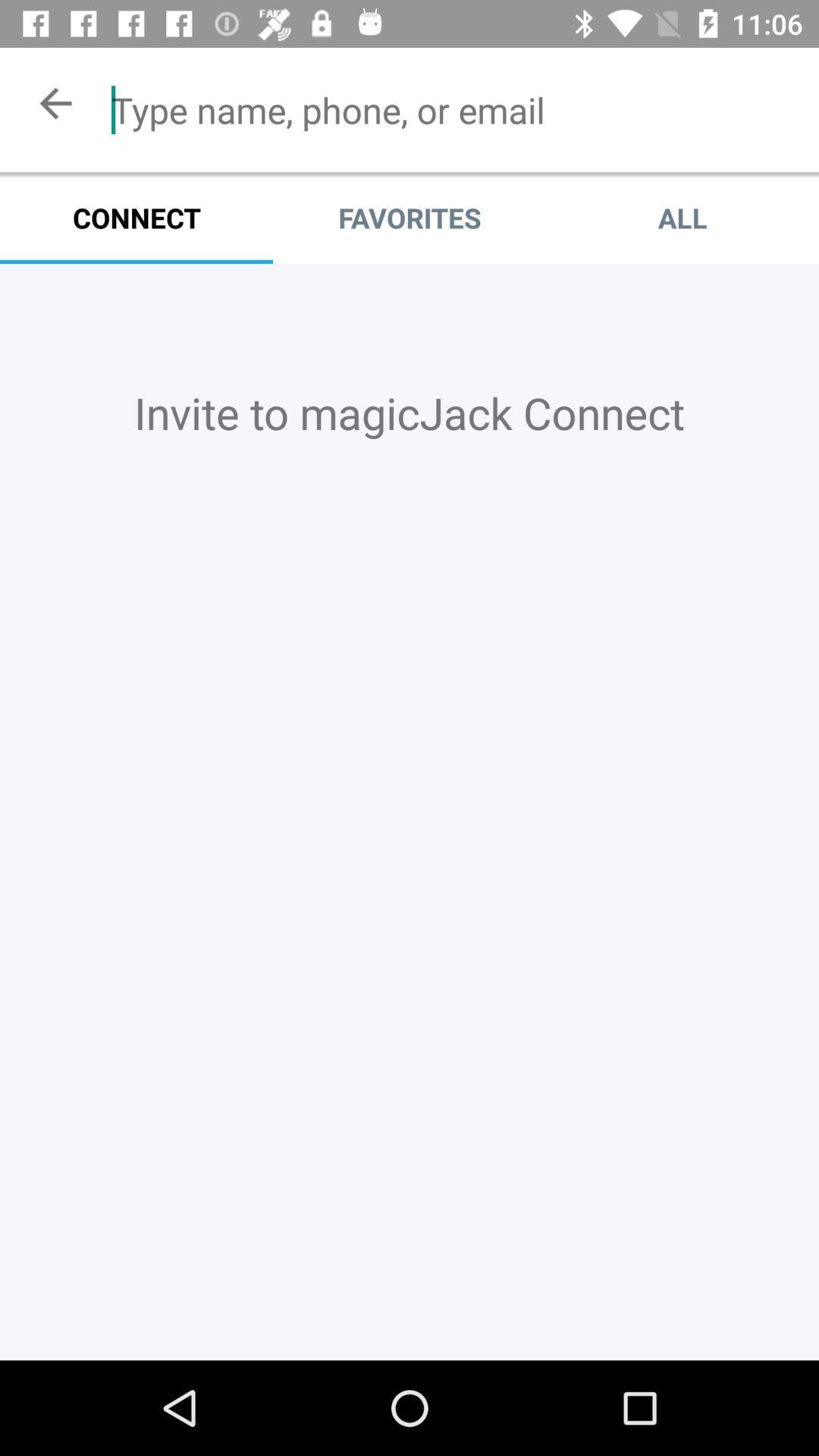 The image size is (819, 1456). What do you see at coordinates (681, 217) in the screenshot?
I see `all` at bounding box center [681, 217].